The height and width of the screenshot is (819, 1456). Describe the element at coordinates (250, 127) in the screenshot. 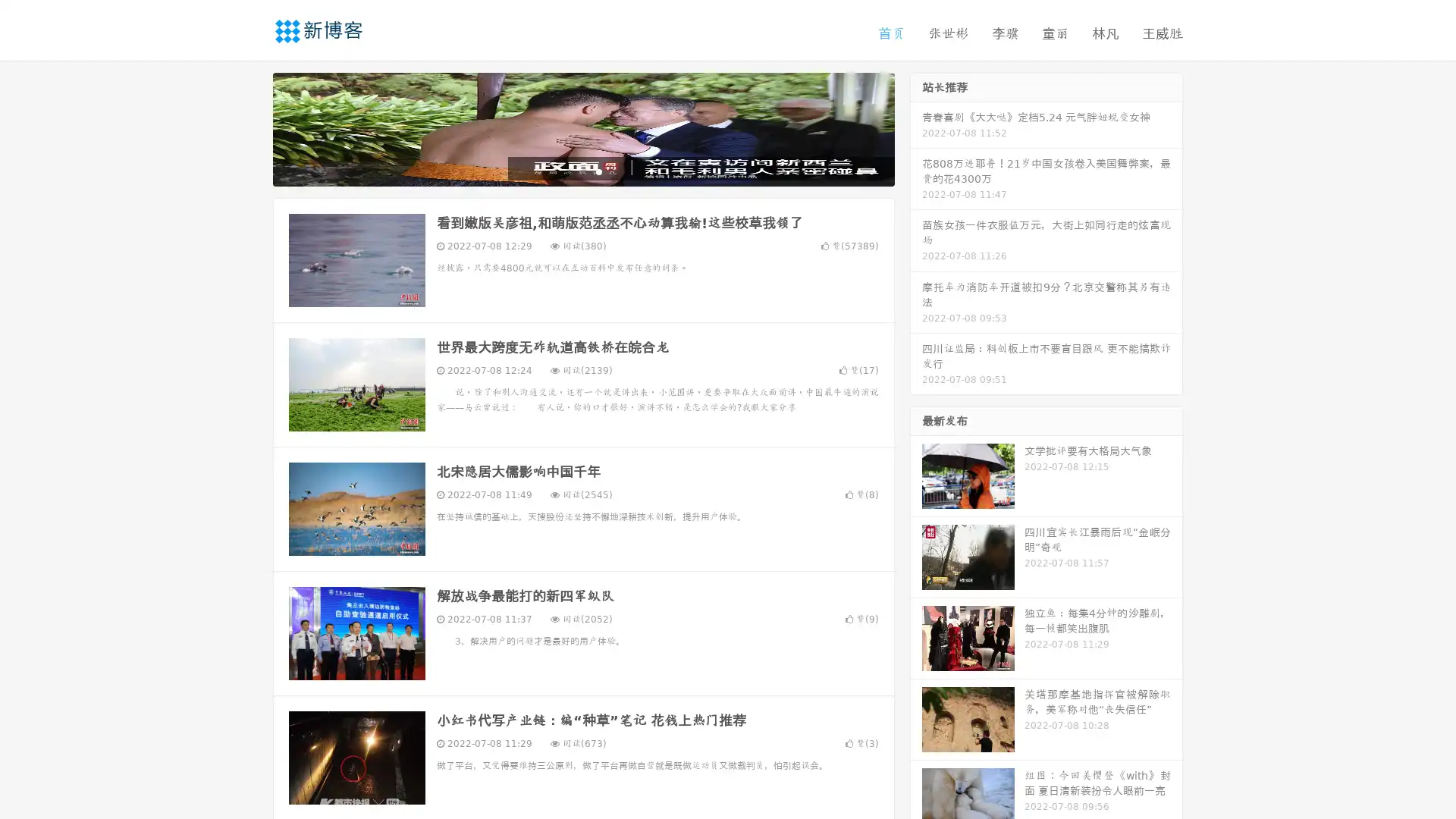

I see `Previous slide` at that location.